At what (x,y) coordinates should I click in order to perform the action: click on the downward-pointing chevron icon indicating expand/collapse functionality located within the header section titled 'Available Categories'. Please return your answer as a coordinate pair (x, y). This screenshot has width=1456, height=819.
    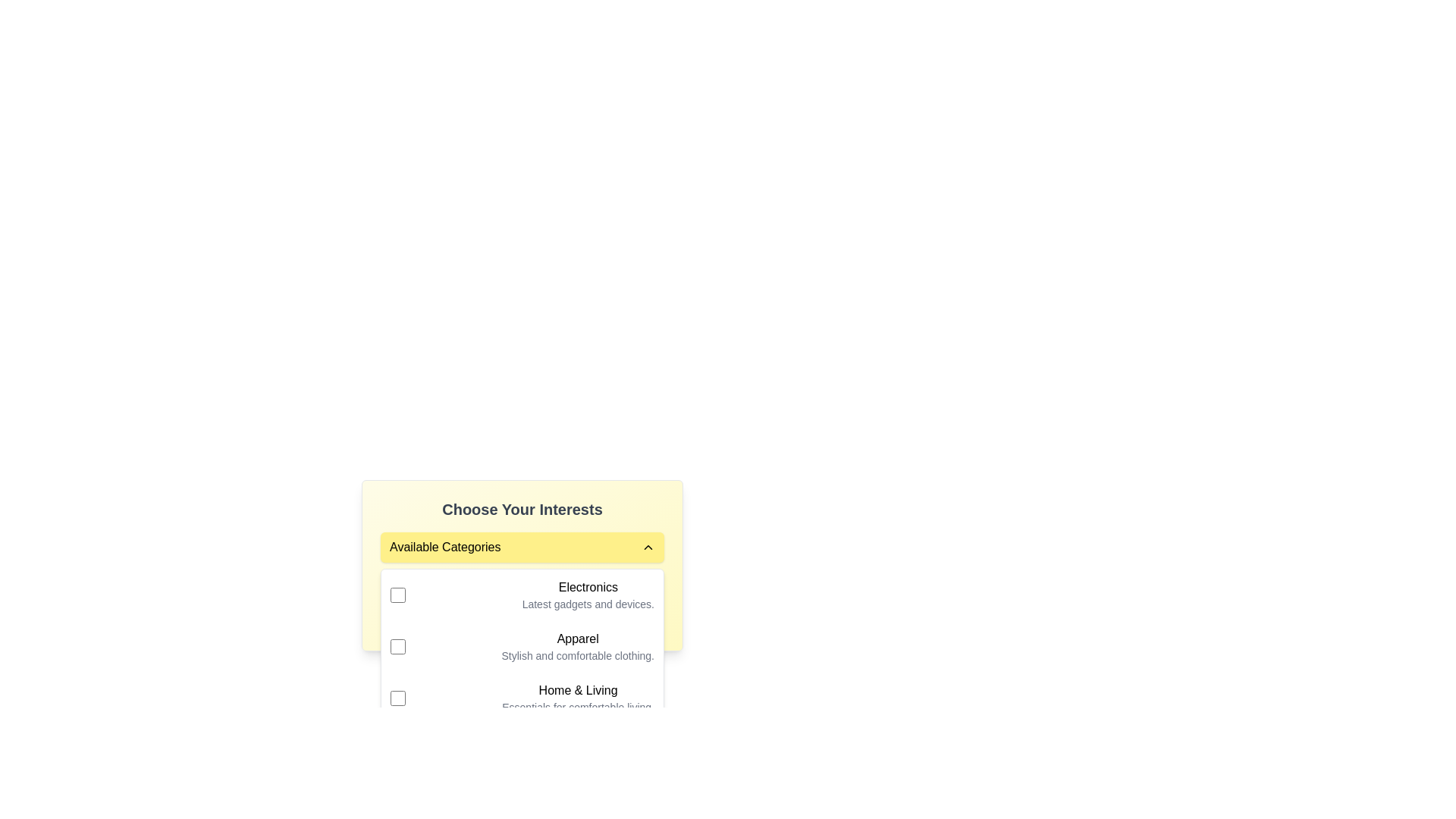
    Looking at the image, I should click on (648, 547).